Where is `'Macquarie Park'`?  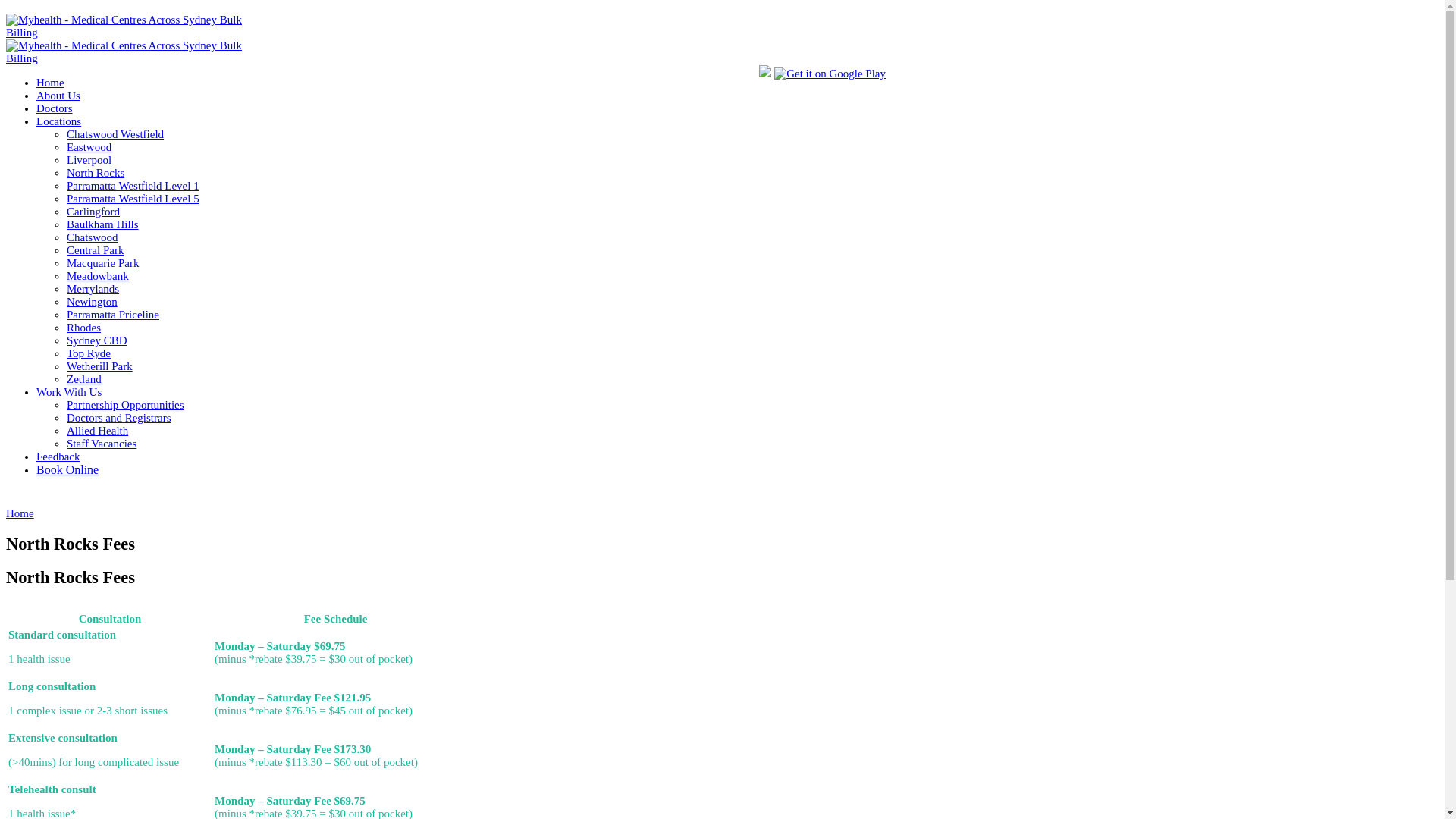 'Macquarie Park' is located at coordinates (102, 262).